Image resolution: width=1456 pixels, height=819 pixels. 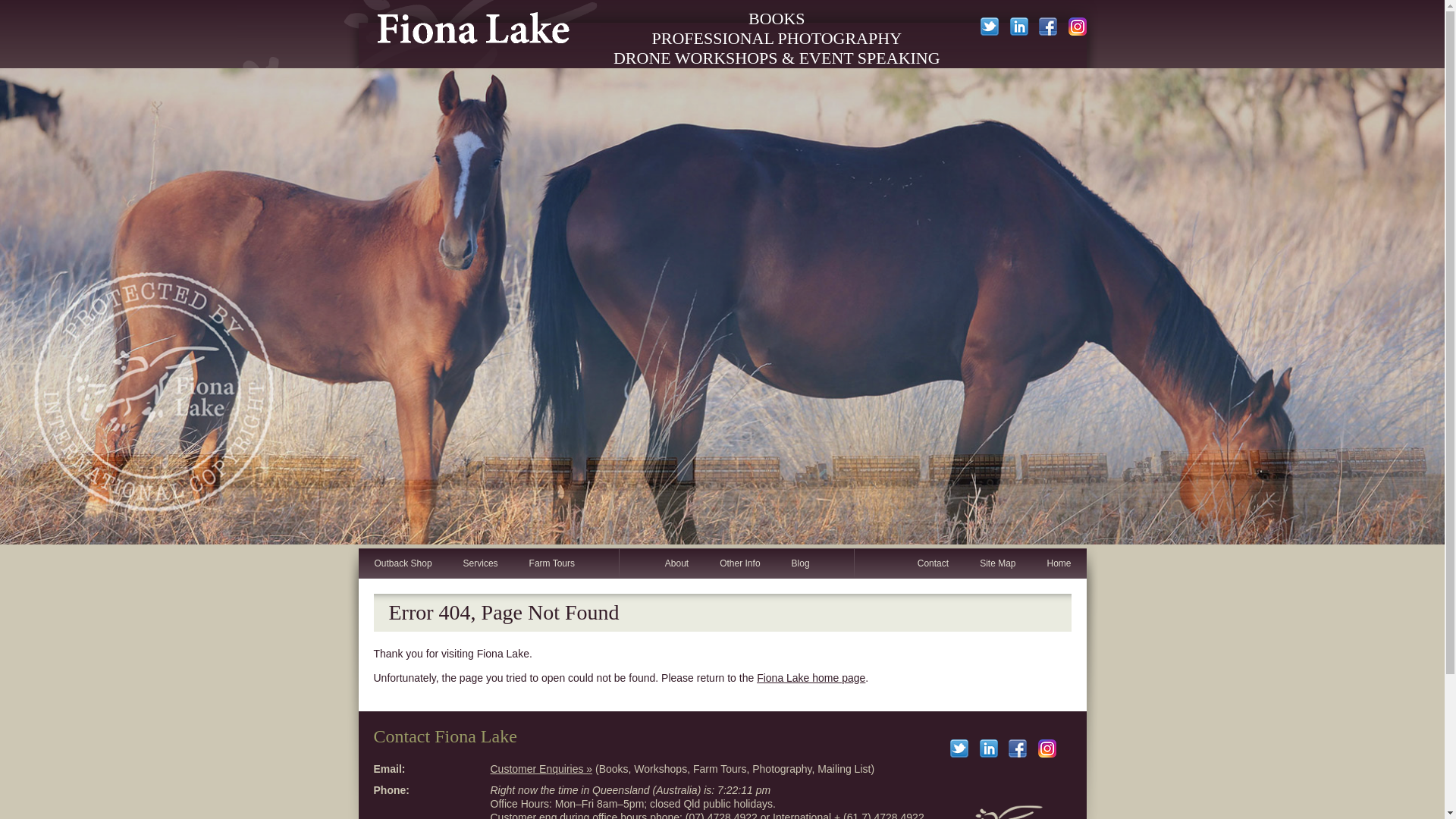 What do you see at coordinates (799, 563) in the screenshot?
I see `'Blog'` at bounding box center [799, 563].